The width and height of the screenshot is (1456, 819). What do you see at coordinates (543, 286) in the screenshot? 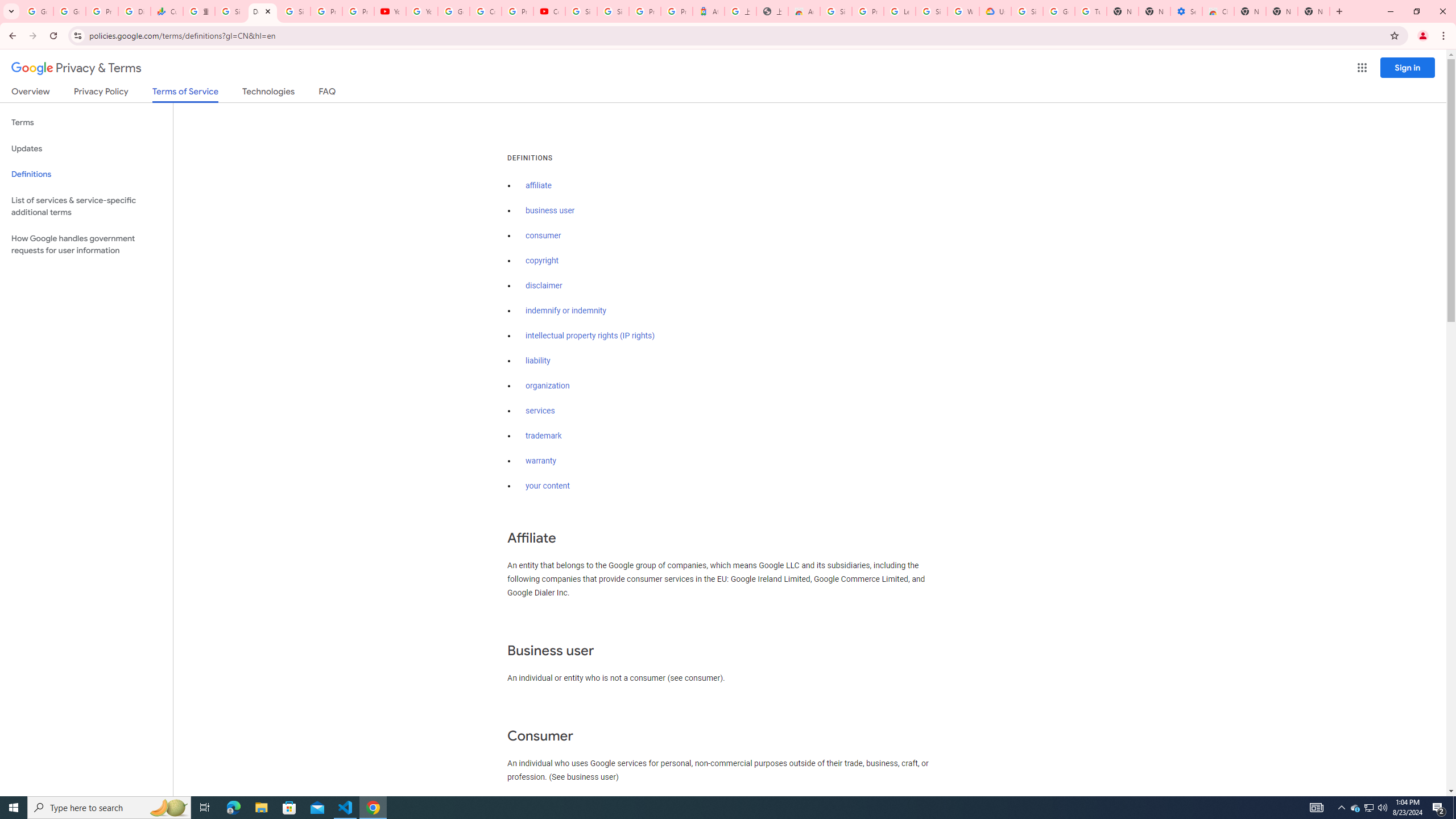
I see `'disclaimer'` at bounding box center [543, 286].